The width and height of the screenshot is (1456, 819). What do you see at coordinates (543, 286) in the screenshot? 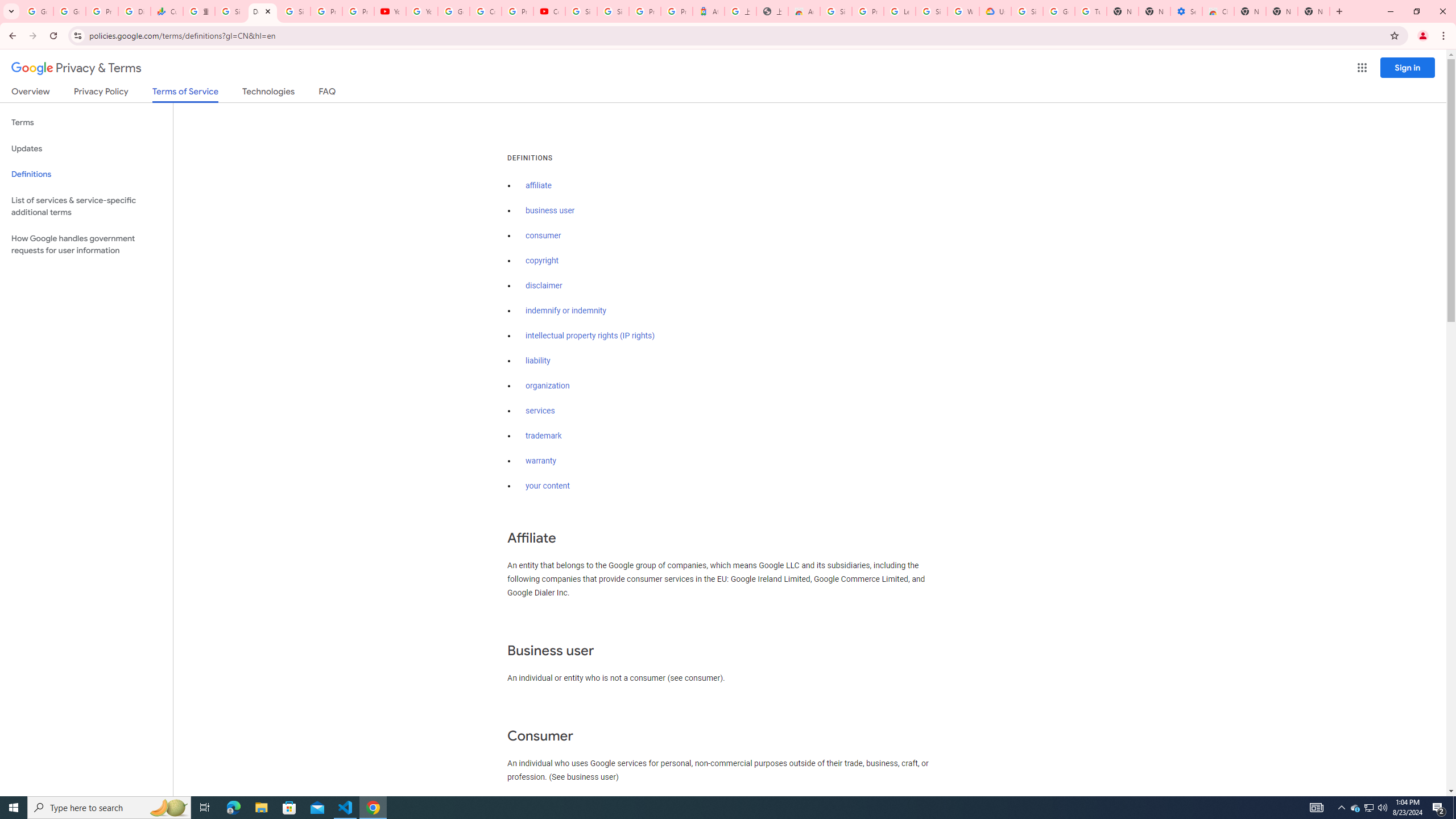
I see `'disclaimer'` at bounding box center [543, 286].